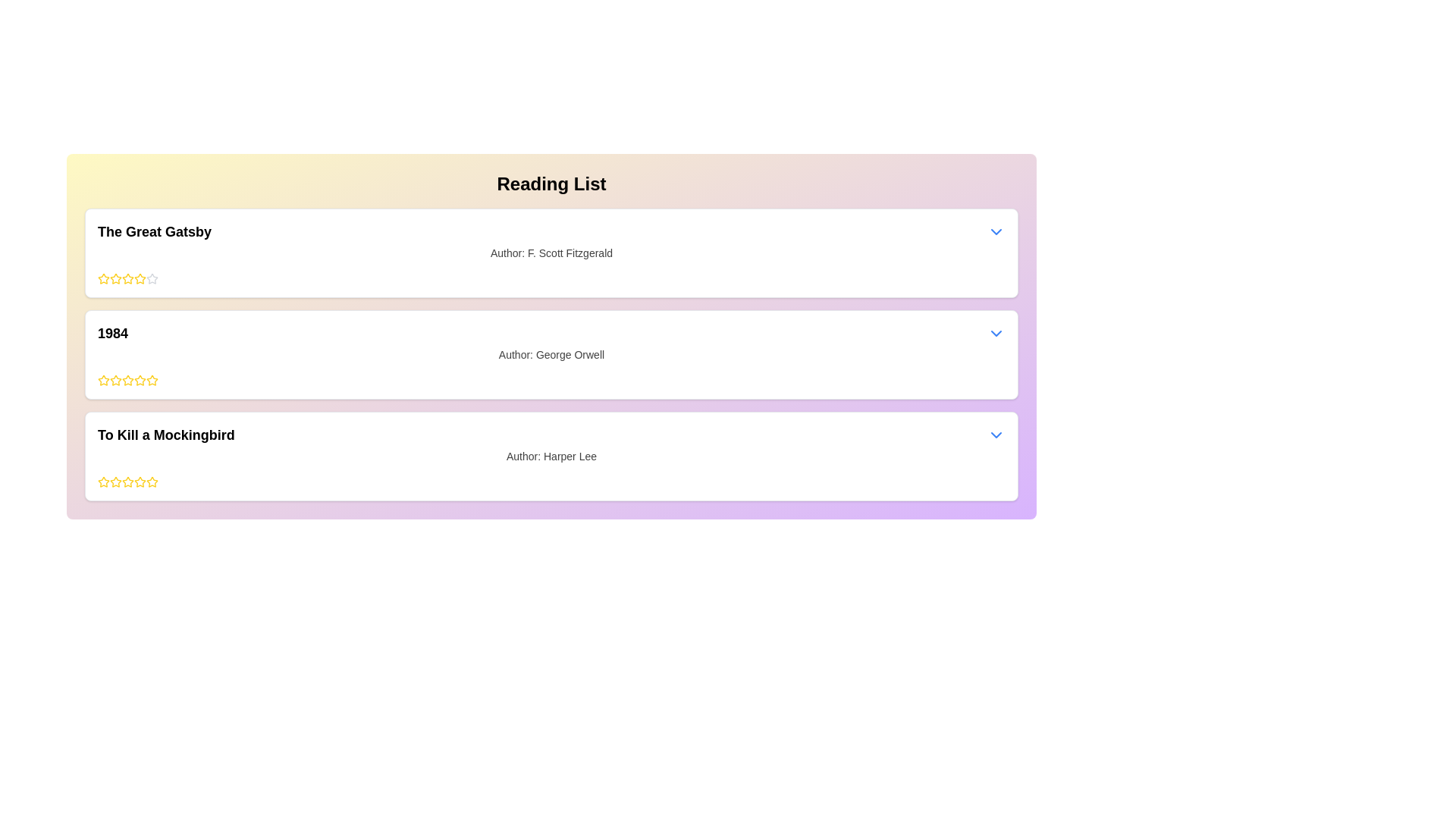 The height and width of the screenshot is (819, 1456). Describe the element at coordinates (140, 482) in the screenshot. I see `the second star in the five-star rating scale below the 'To Kill a Mockingbird' header` at that location.